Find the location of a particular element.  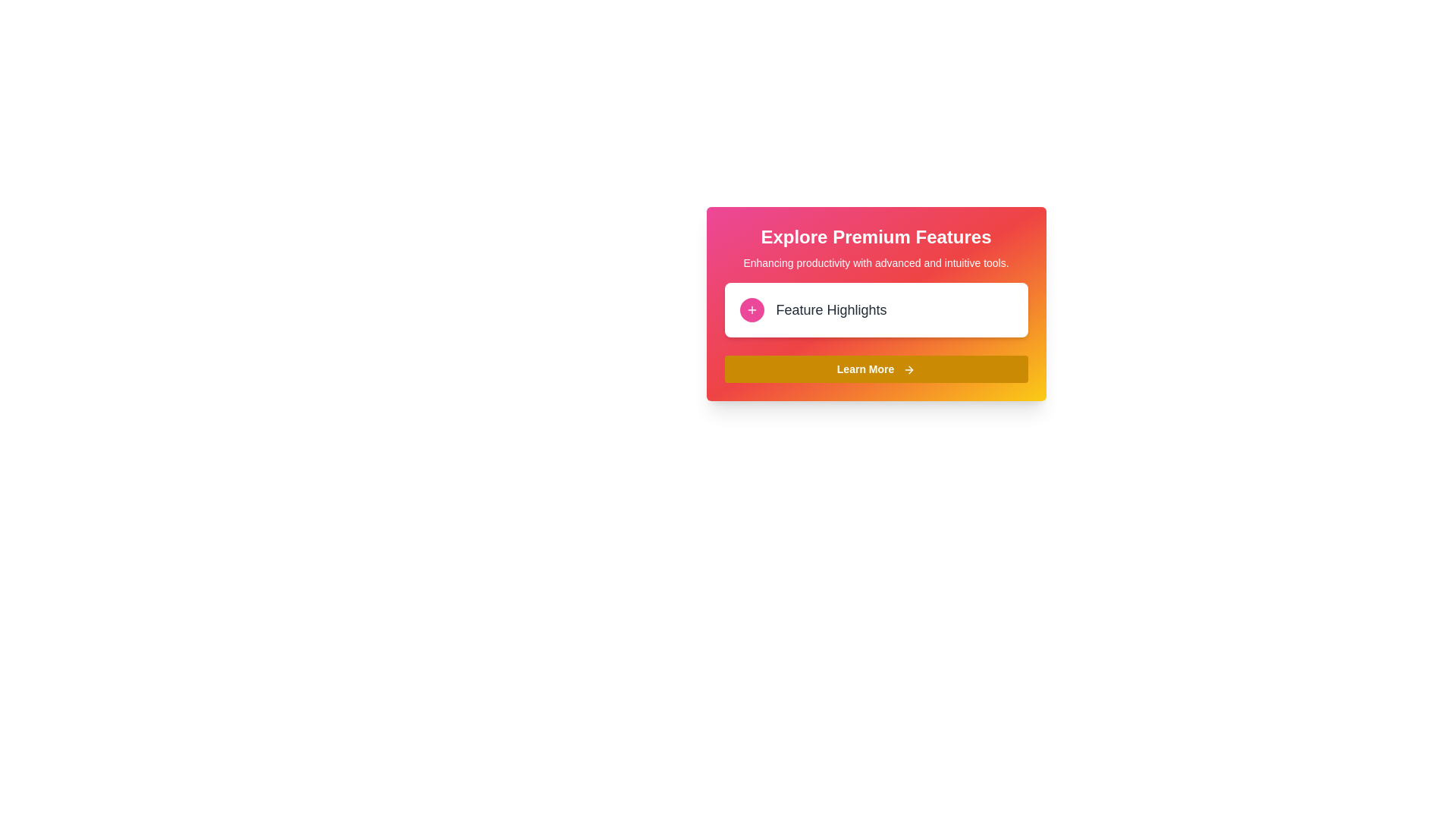

the 'Feature Highlights' text label which is styled with a medium font weight and large size, located directly to the right of a pink circular button with a white plus sign is located at coordinates (830, 309).